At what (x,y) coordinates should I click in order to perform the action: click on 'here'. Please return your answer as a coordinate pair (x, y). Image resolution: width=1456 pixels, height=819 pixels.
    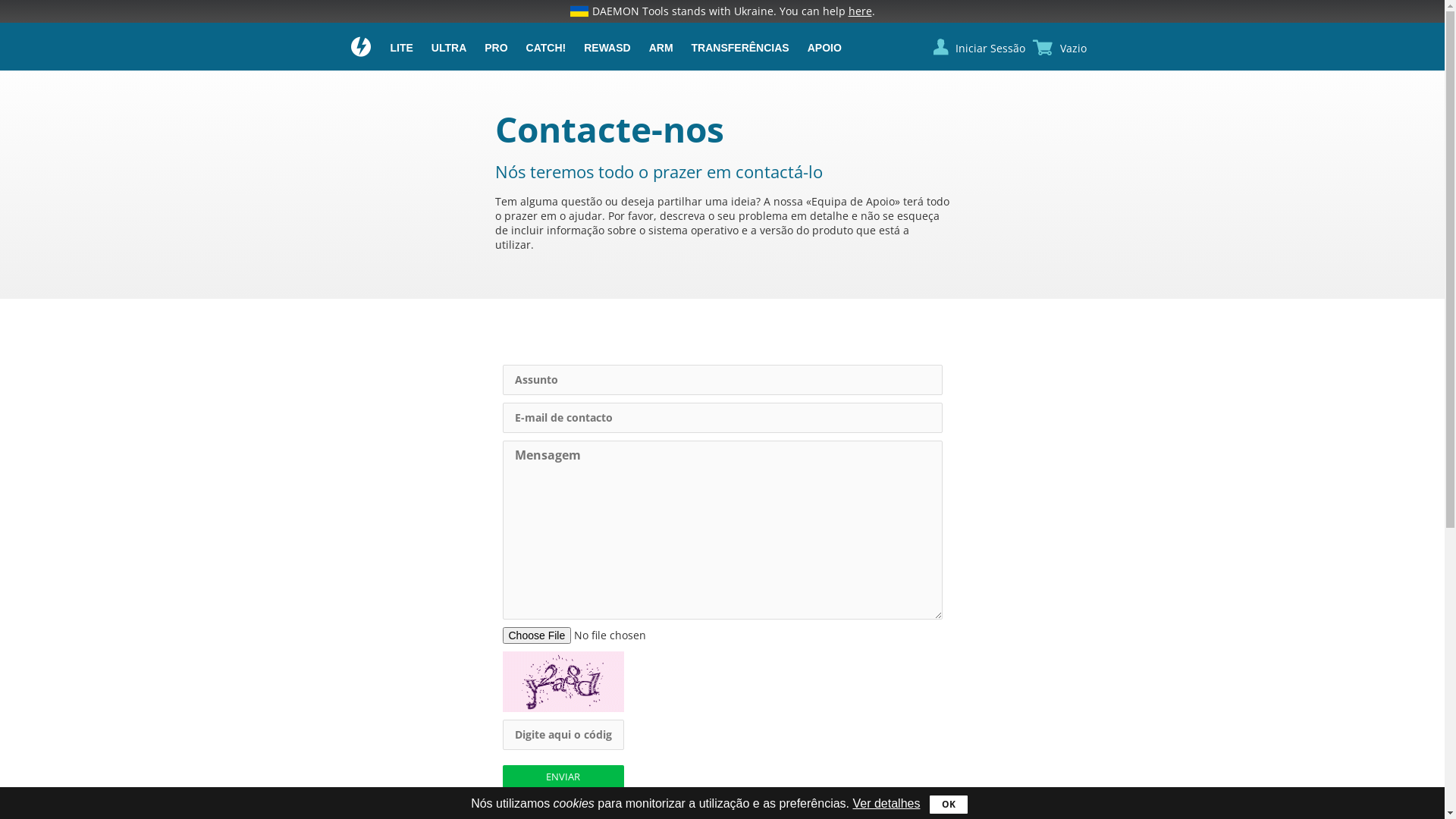
    Looking at the image, I should click on (859, 11).